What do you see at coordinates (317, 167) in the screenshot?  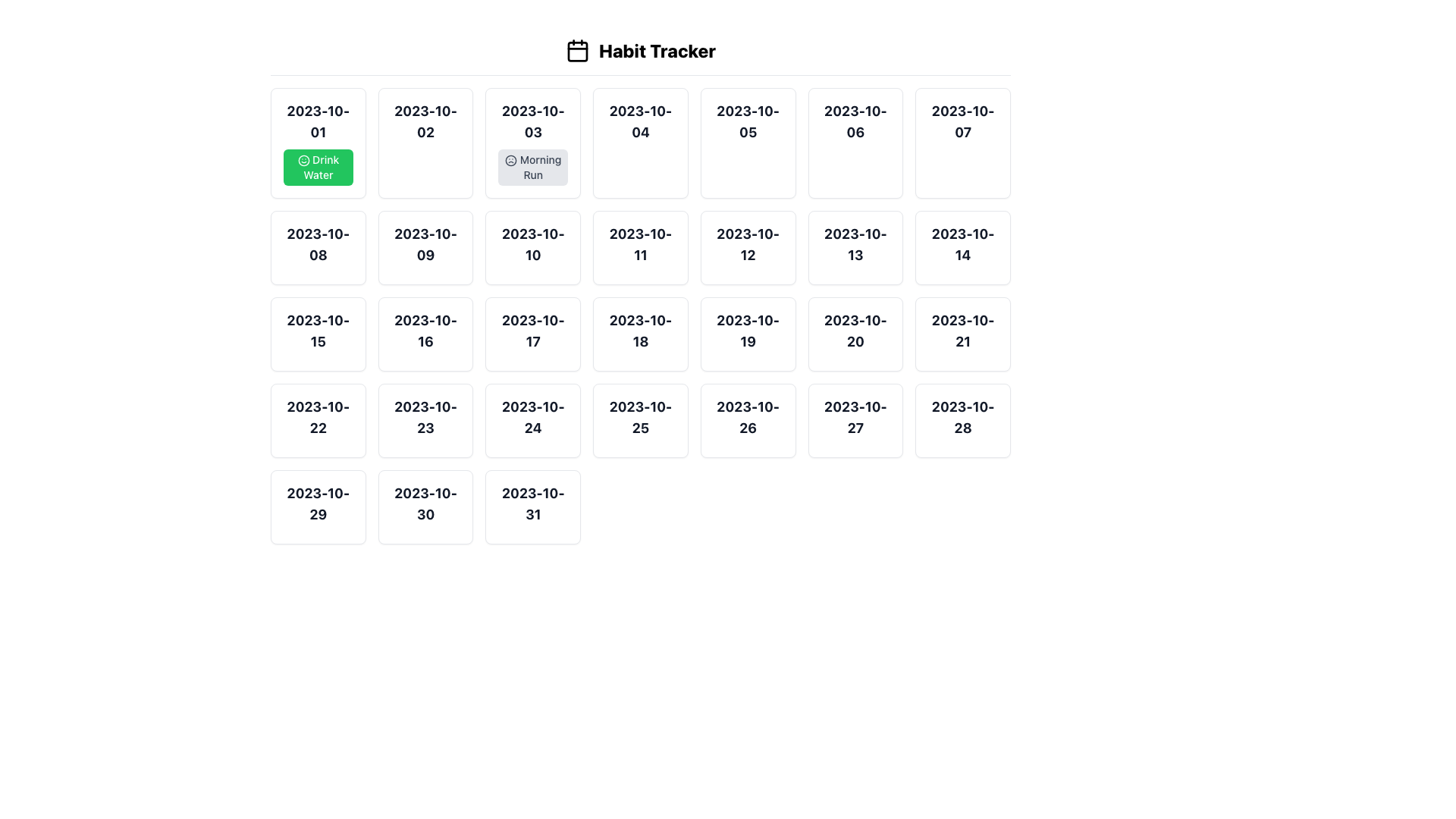 I see `the 'Drink Water' button with a green background and white text to mark the habit as completed` at bounding box center [317, 167].